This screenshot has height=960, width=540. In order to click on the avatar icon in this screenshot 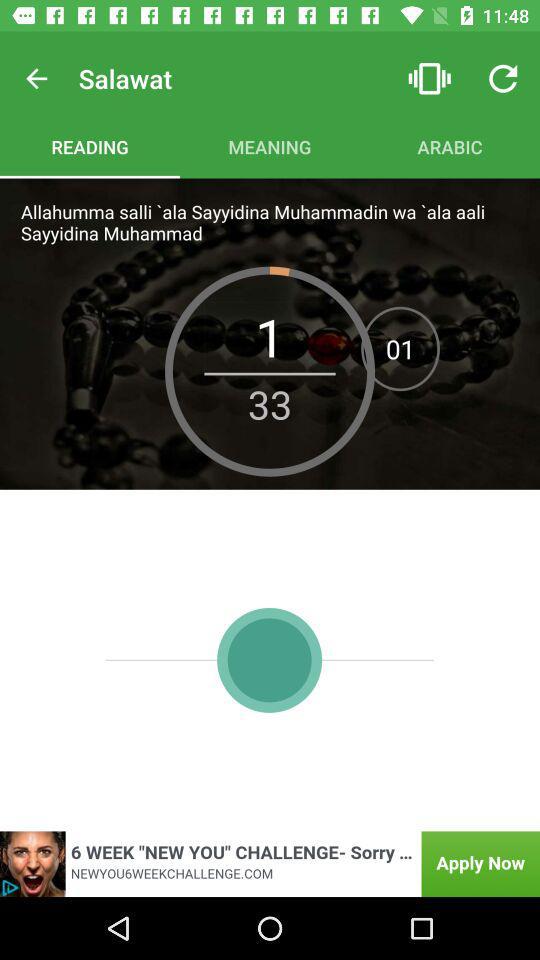, I will do `click(269, 659)`.